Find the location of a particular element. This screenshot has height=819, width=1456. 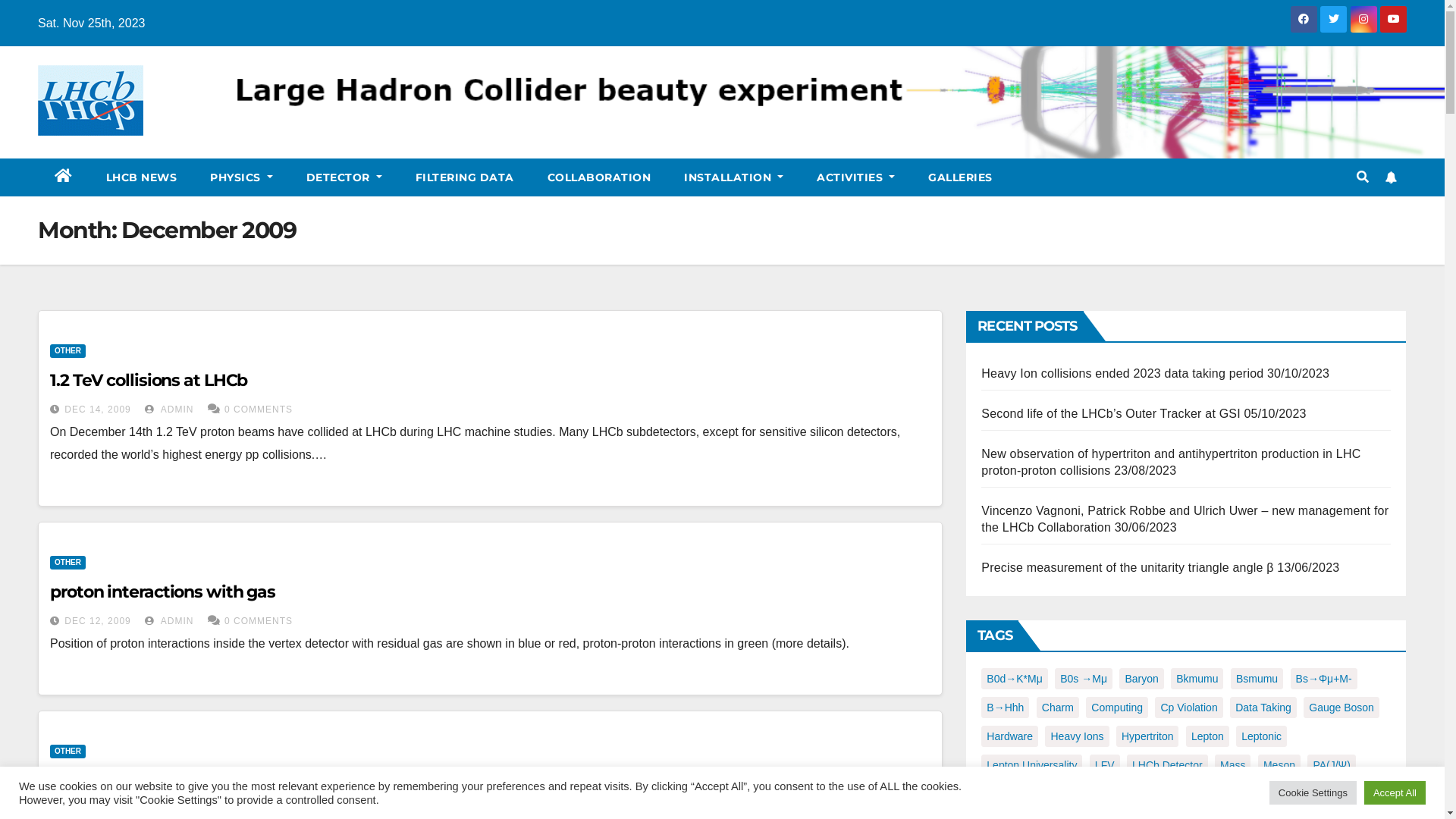

'Baryon' is located at coordinates (1119, 677).